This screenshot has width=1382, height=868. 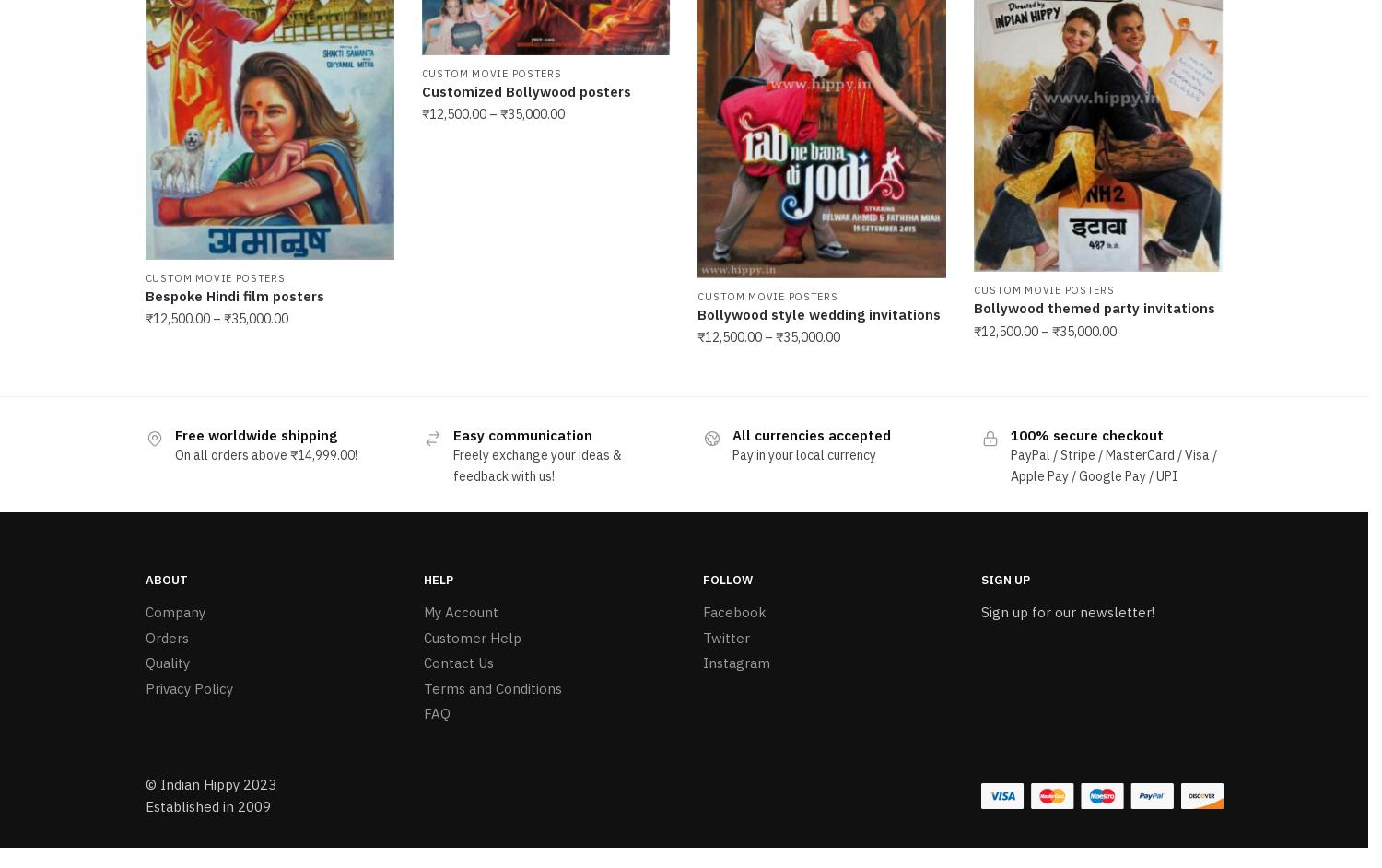 What do you see at coordinates (1095, 304) in the screenshot?
I see `'Bollywood themed party invitations'` at bounding box center [1095, 304].